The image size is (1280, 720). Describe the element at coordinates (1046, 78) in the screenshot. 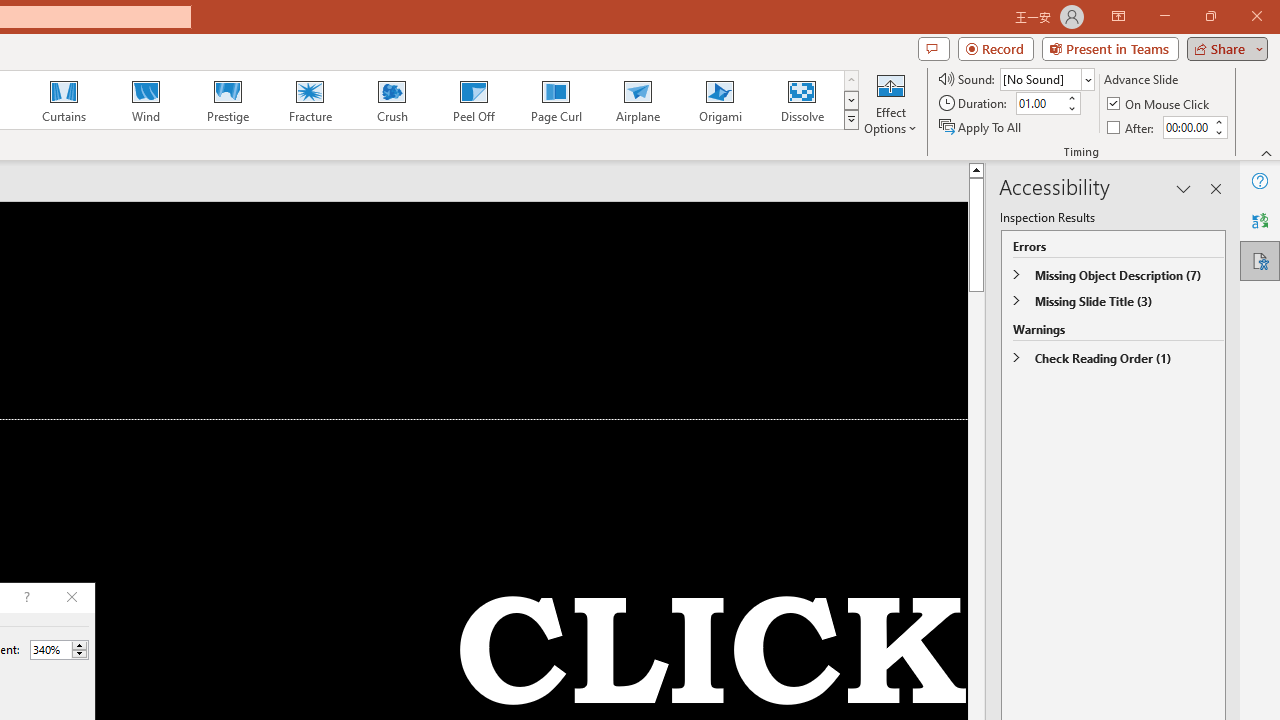

I see `'Sound'` at that location.